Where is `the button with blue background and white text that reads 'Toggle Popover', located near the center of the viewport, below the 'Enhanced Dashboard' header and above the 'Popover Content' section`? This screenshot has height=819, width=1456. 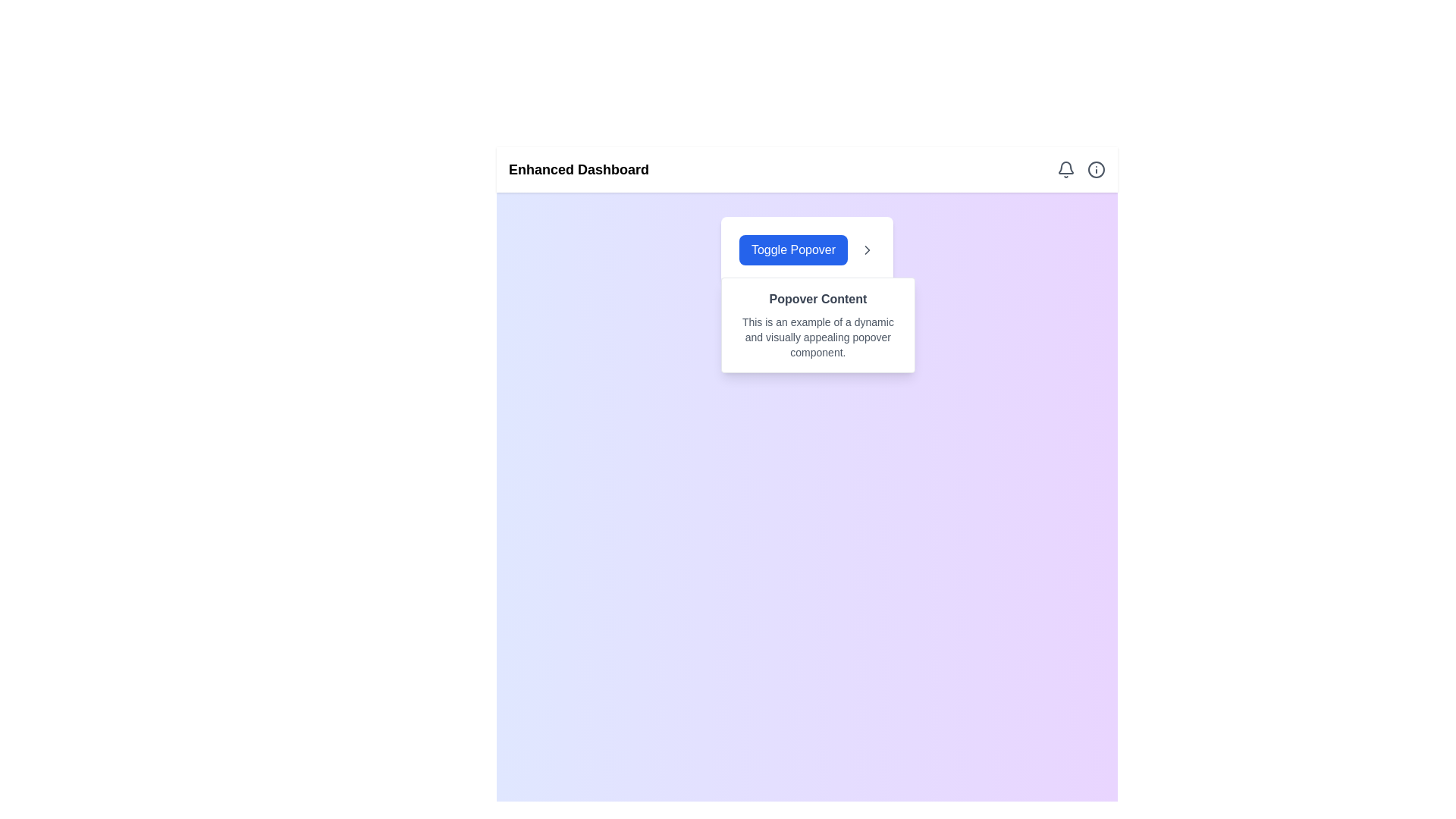 the button with blue background and white text that reads 'Toggle Popover', located near the center of the viewport, below the 'Enhanced Dashboard' header and above the 'Popover Content' section is located at coordinates (806, 249).